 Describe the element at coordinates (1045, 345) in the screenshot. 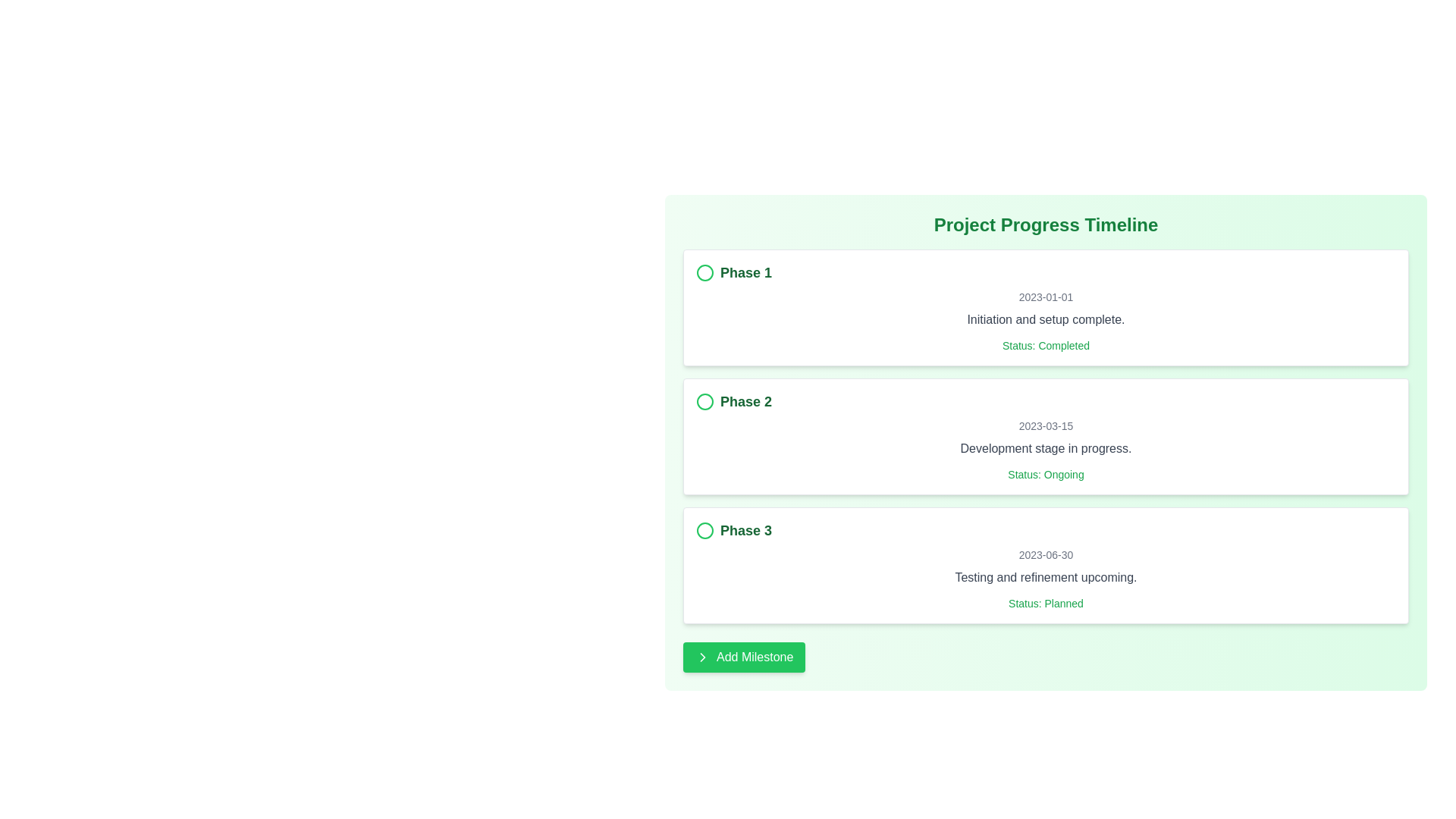

I see `the Text Label indicating 'Completed' status in the 'Phase 1' card to possibly reveal more information` at that location.